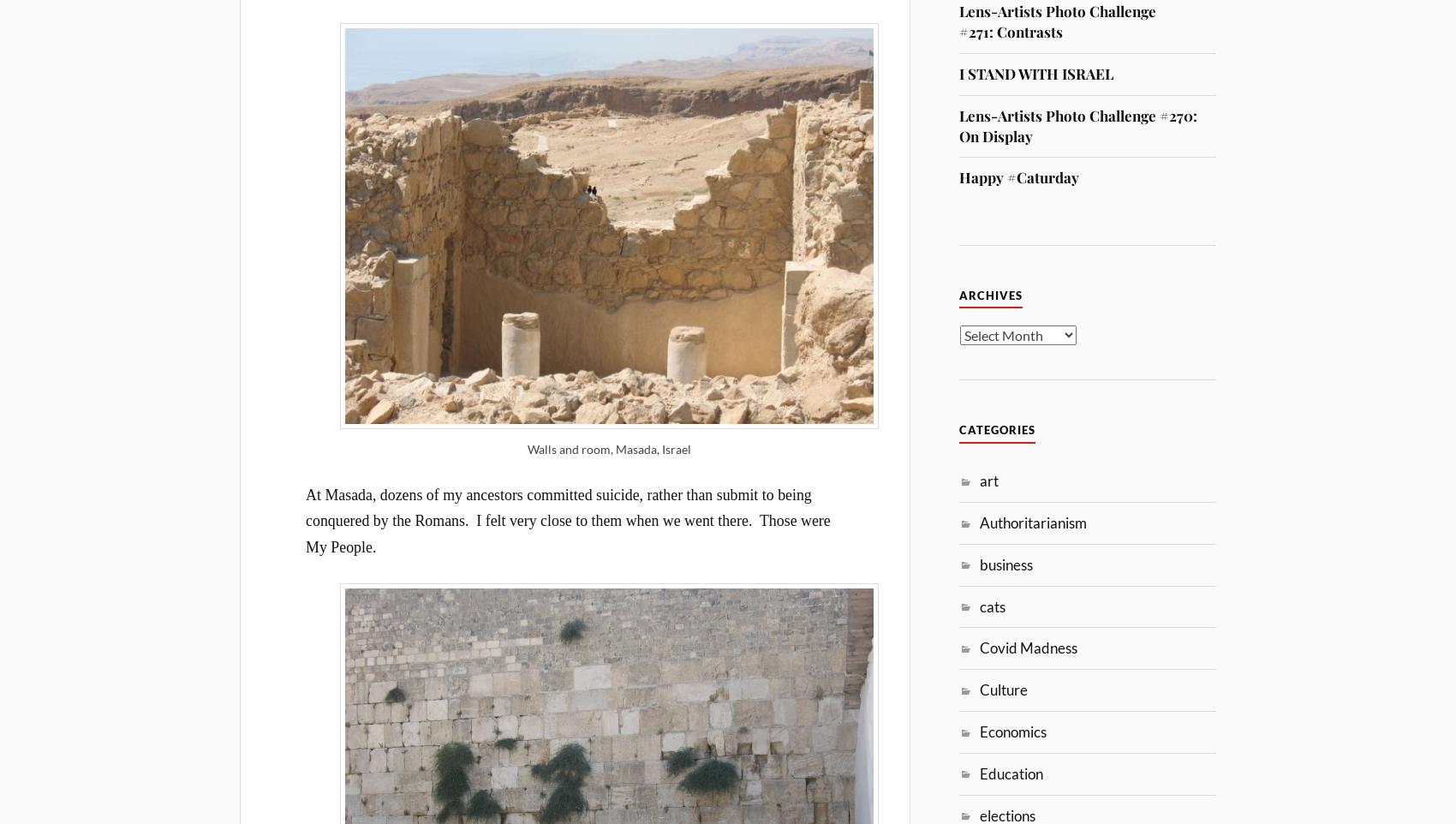  I want to click on 'Economics', so click(1012, 731).